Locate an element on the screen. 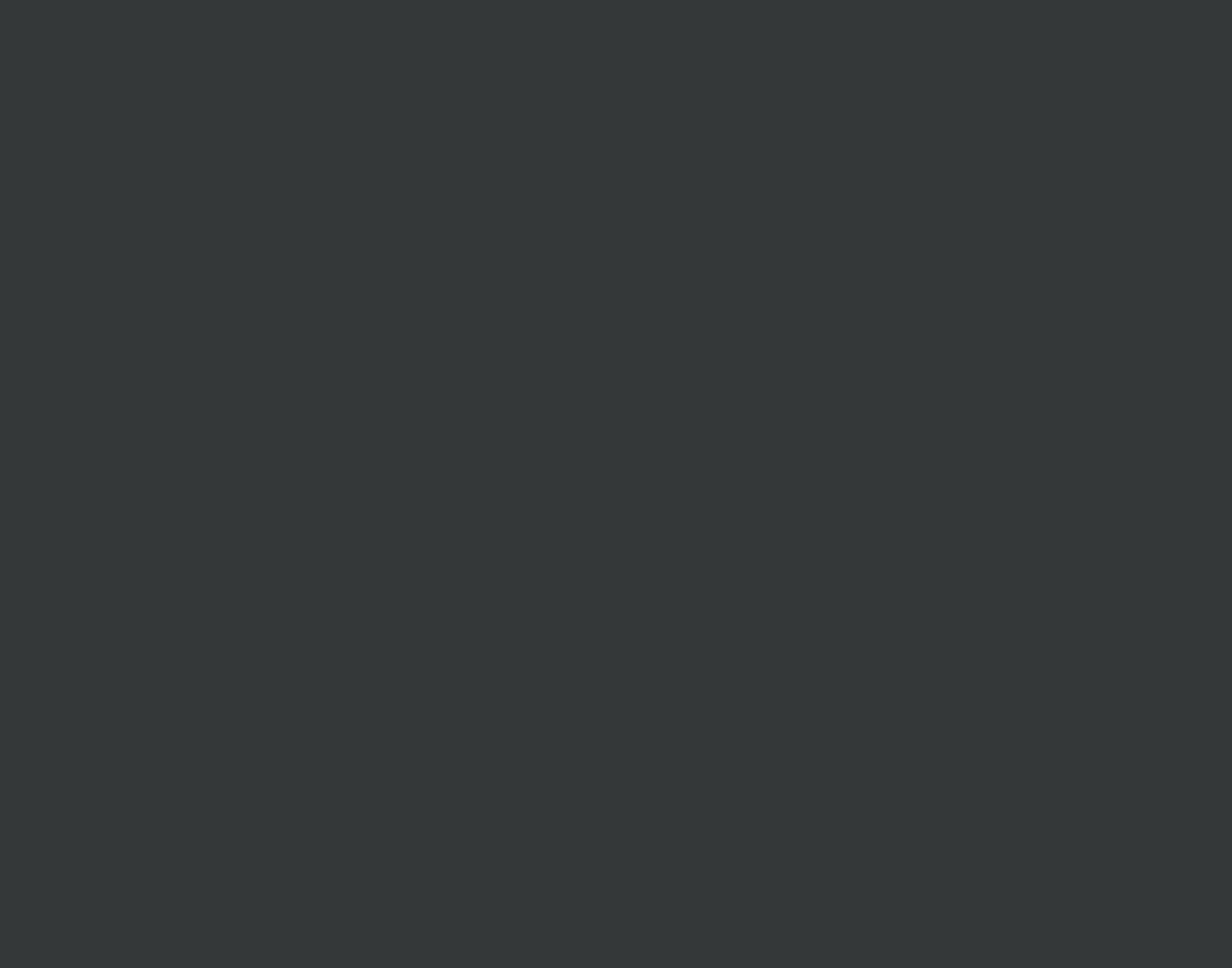 This screenshot has height=968, width=1232. 'read to self' is located at coordinates (910, 180).